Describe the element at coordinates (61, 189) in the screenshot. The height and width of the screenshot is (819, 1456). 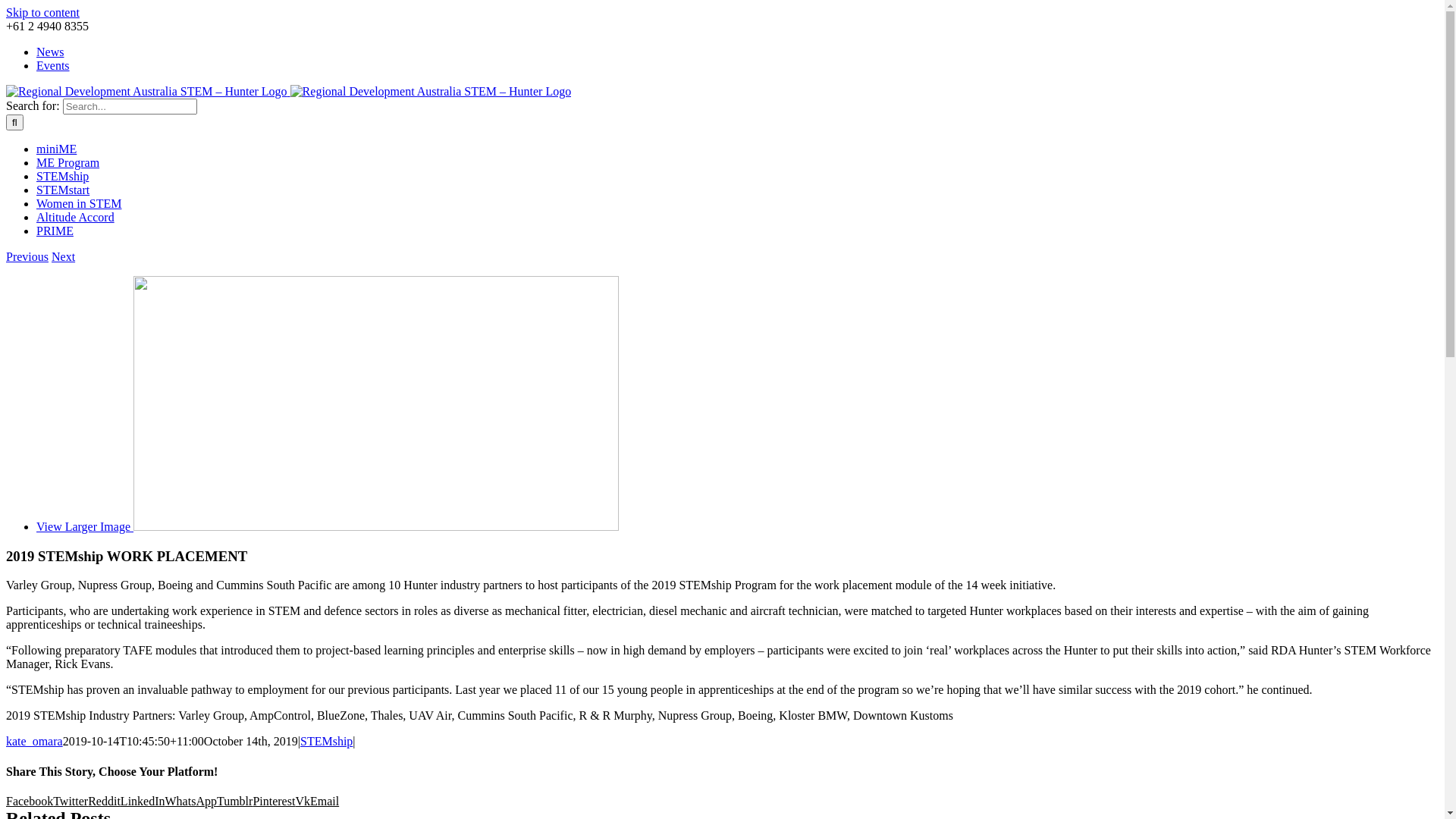
I see `'STEMstart'` at that location.